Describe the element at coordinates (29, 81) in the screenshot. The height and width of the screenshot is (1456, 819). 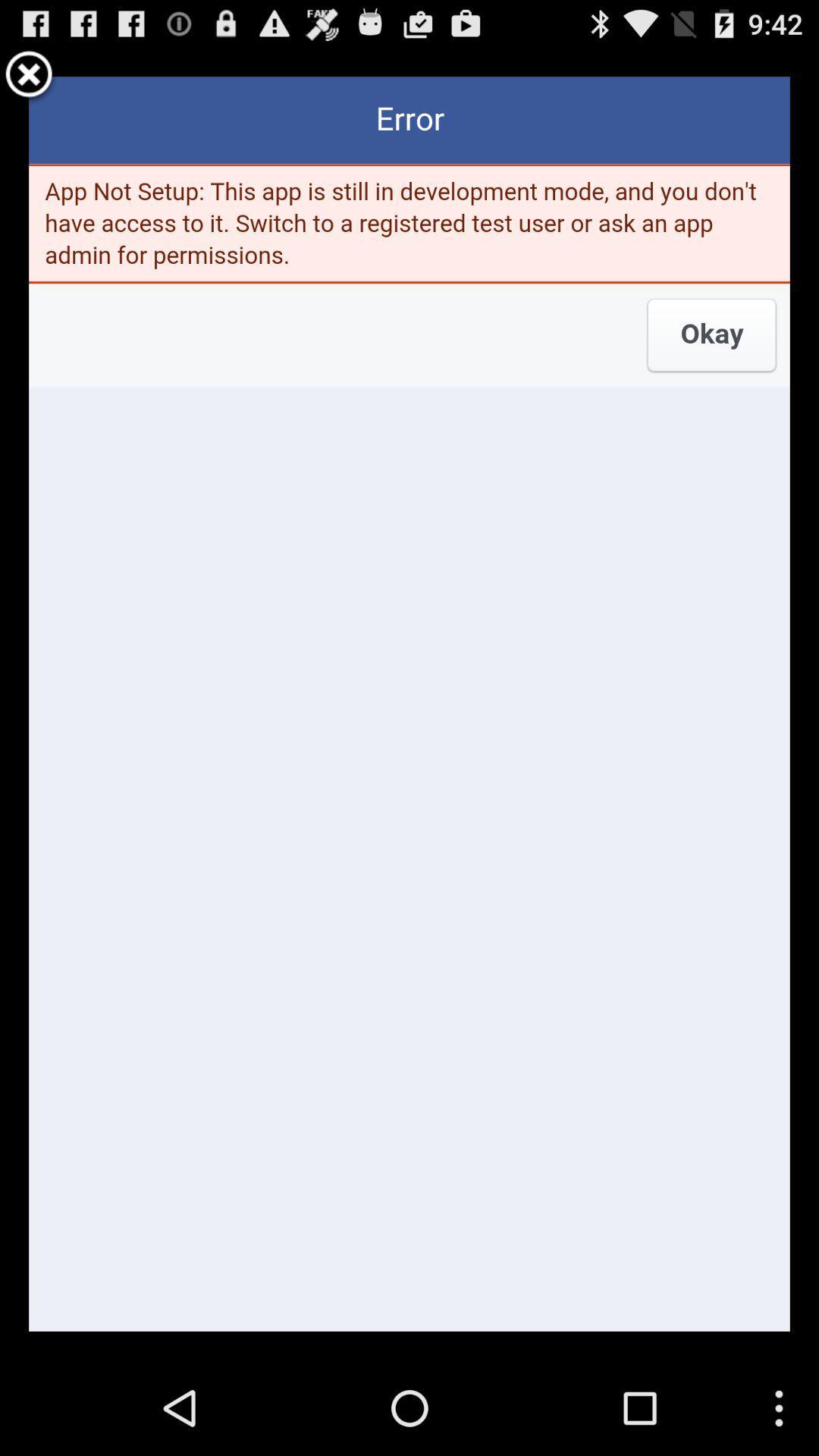
I see `the close icon` at that location.